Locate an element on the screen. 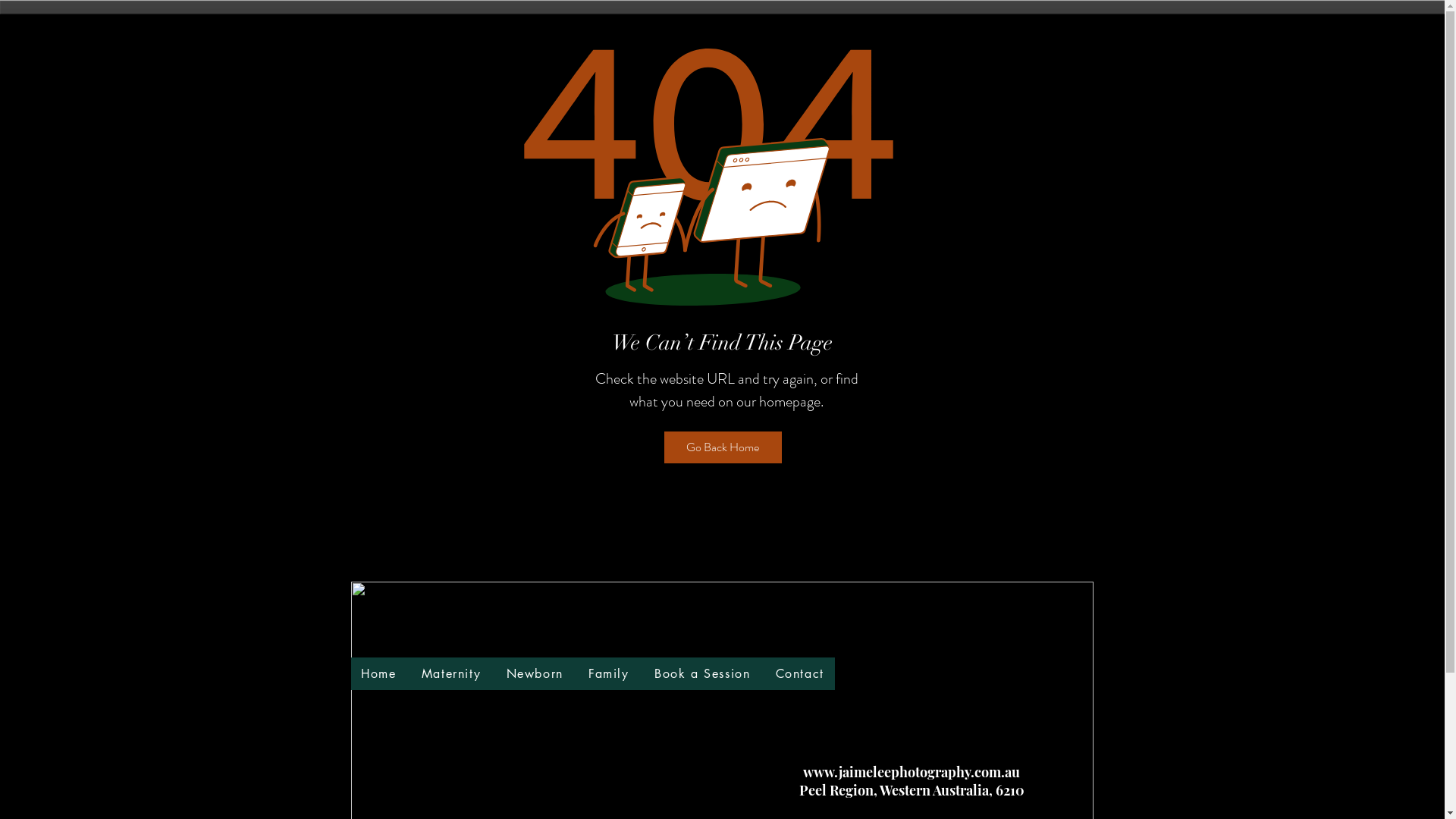  'Home' is located at coordinates (378, 673).